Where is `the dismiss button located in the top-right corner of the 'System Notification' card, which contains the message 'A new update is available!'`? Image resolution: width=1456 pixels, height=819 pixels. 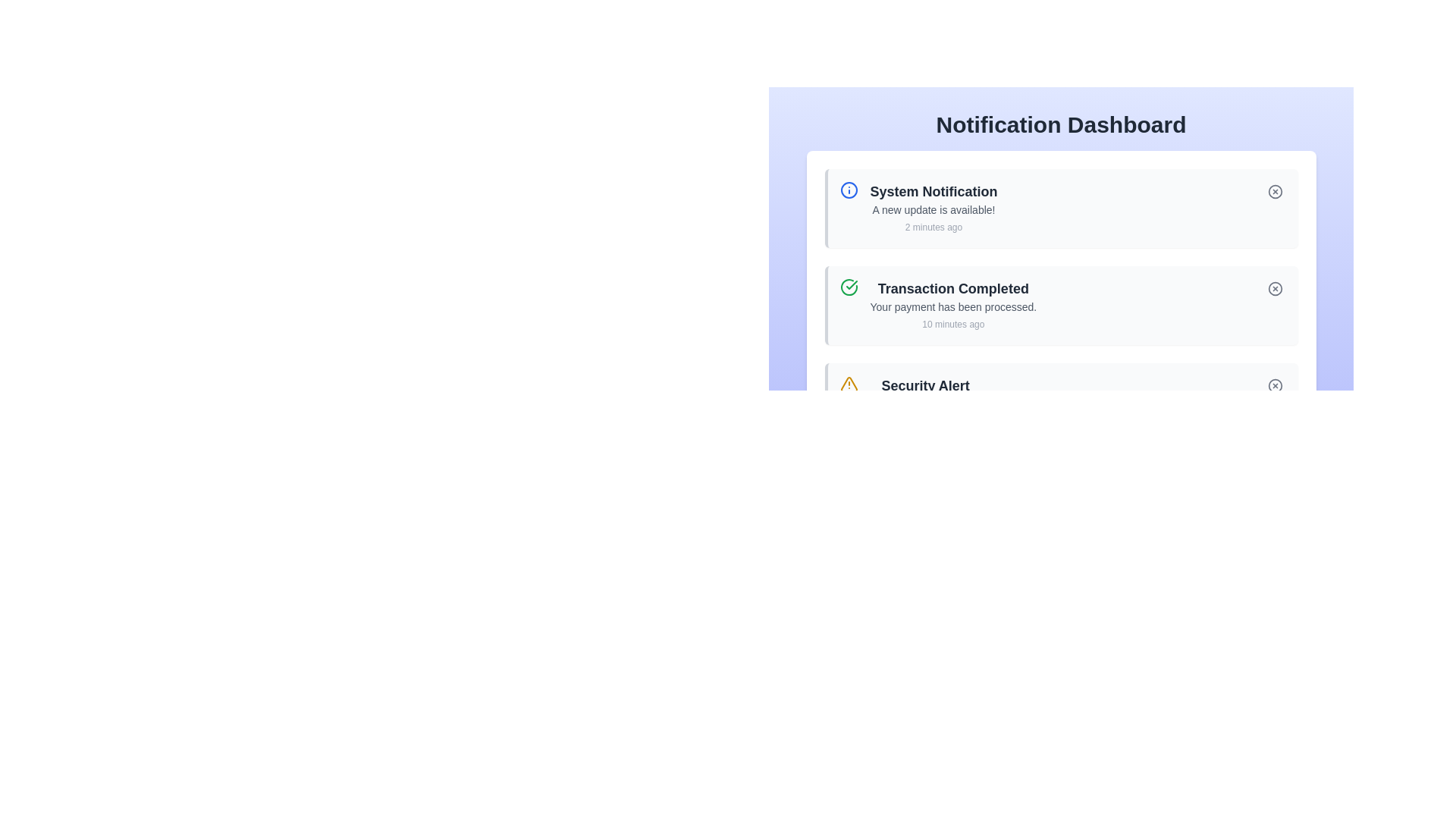 the dismiss button located in the top-right corner of the 'System Notification' card, which contains the message 'A new update is available!' is located at coordinates (1274, 191).